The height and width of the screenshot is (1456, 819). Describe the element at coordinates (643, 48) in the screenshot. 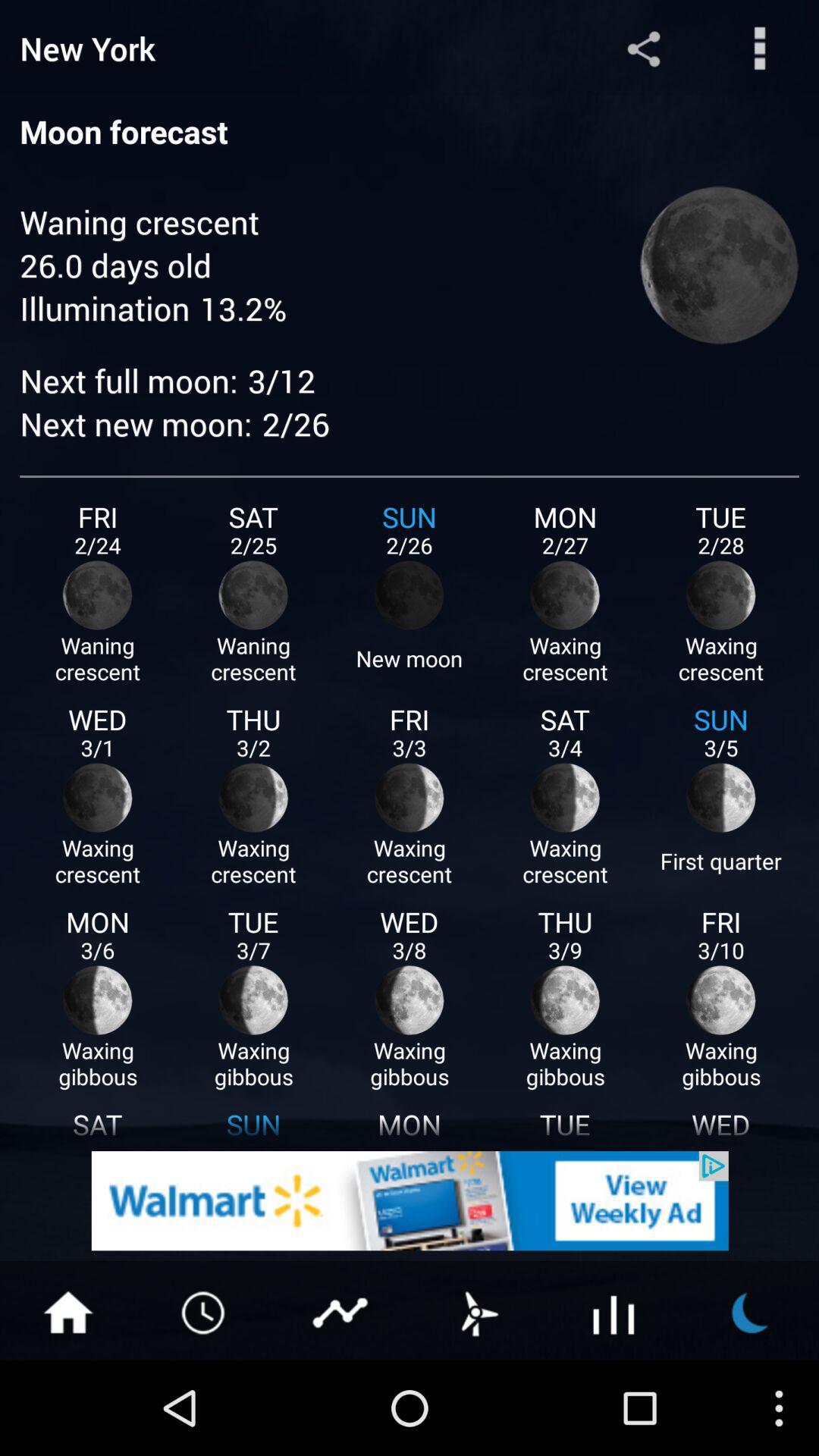

I see `share forecast` at that location.